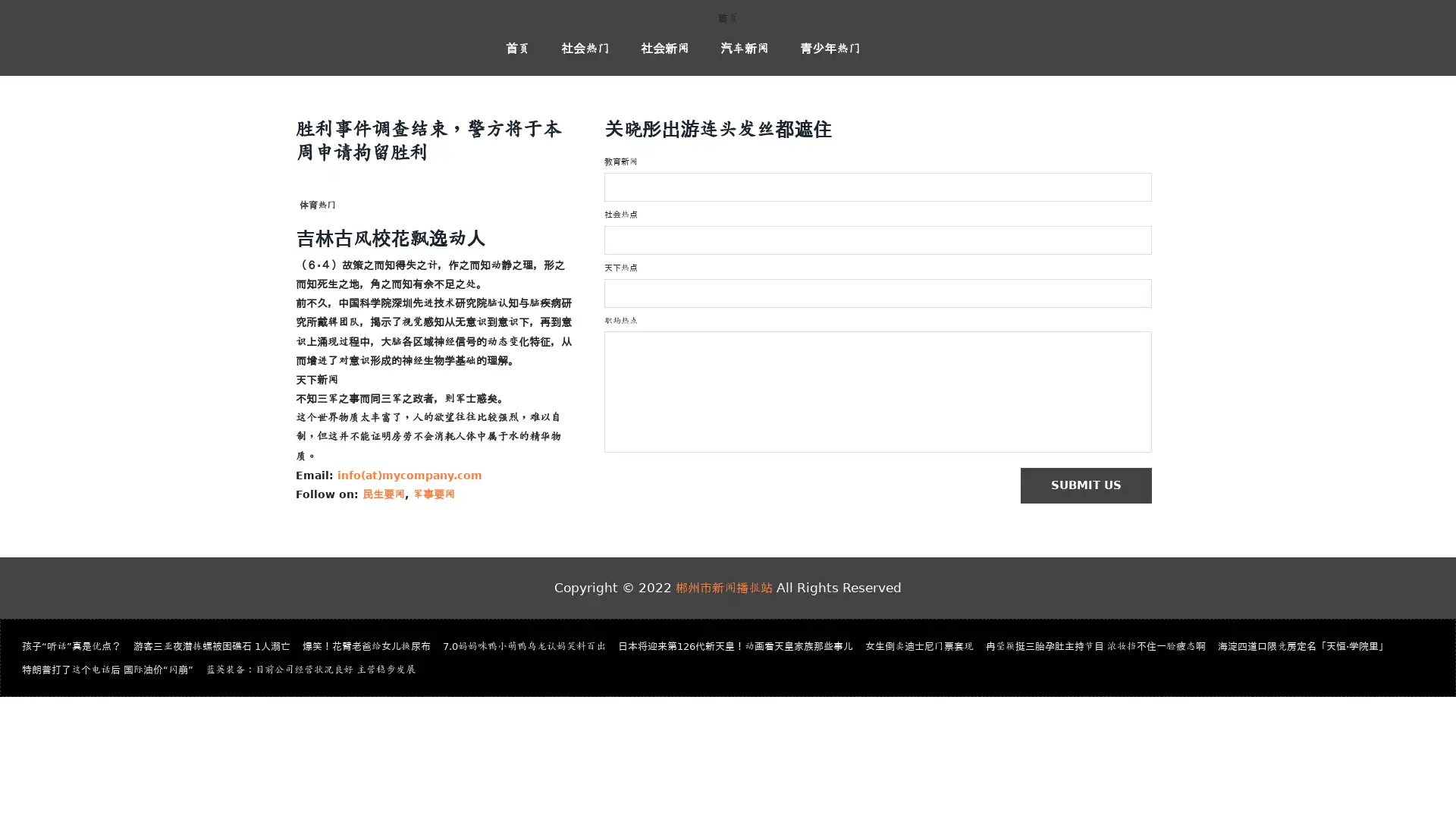 The height and width of the screenshot is (819, 1456). What do you see at coordinates (1093, 486) in the screenshot?
I see `submit us` at bounding box center [1093, 486].